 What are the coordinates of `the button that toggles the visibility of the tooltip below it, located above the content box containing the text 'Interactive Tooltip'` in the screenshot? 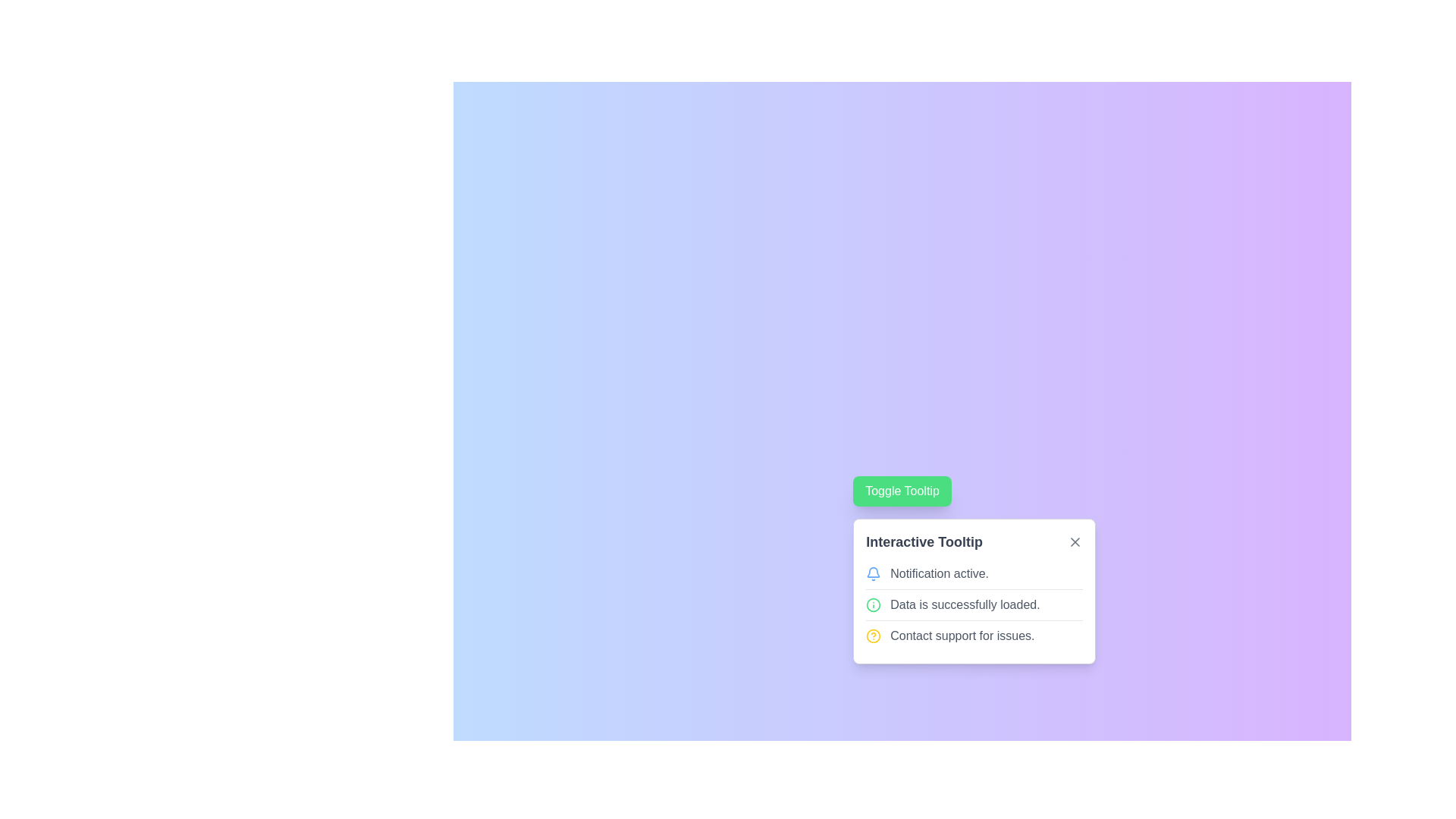 It's located at (902, 491).